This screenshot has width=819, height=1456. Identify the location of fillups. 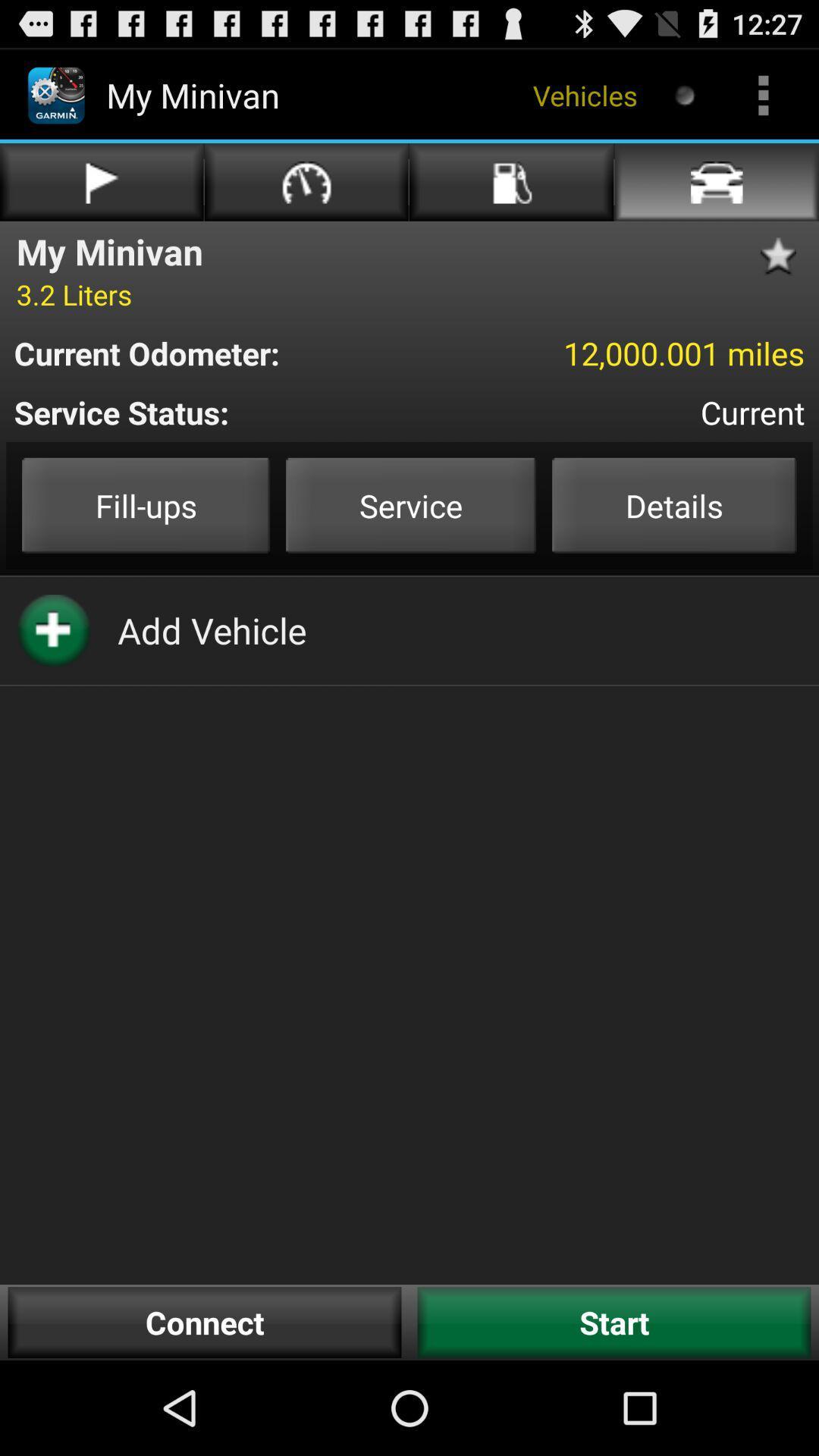
(146, 506).